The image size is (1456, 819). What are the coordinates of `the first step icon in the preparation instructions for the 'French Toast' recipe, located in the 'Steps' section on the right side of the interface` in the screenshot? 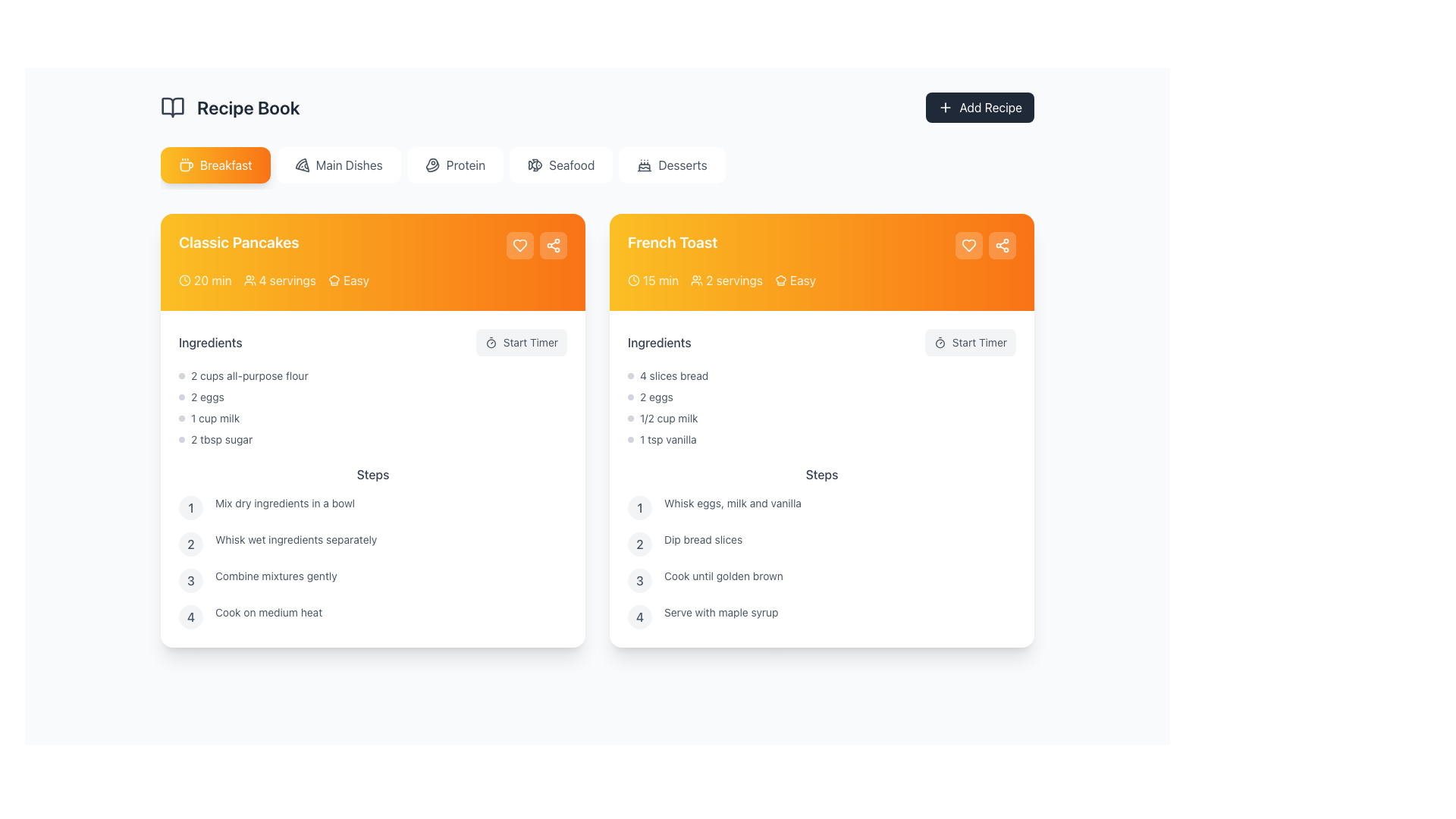 It's located at (640, 508).